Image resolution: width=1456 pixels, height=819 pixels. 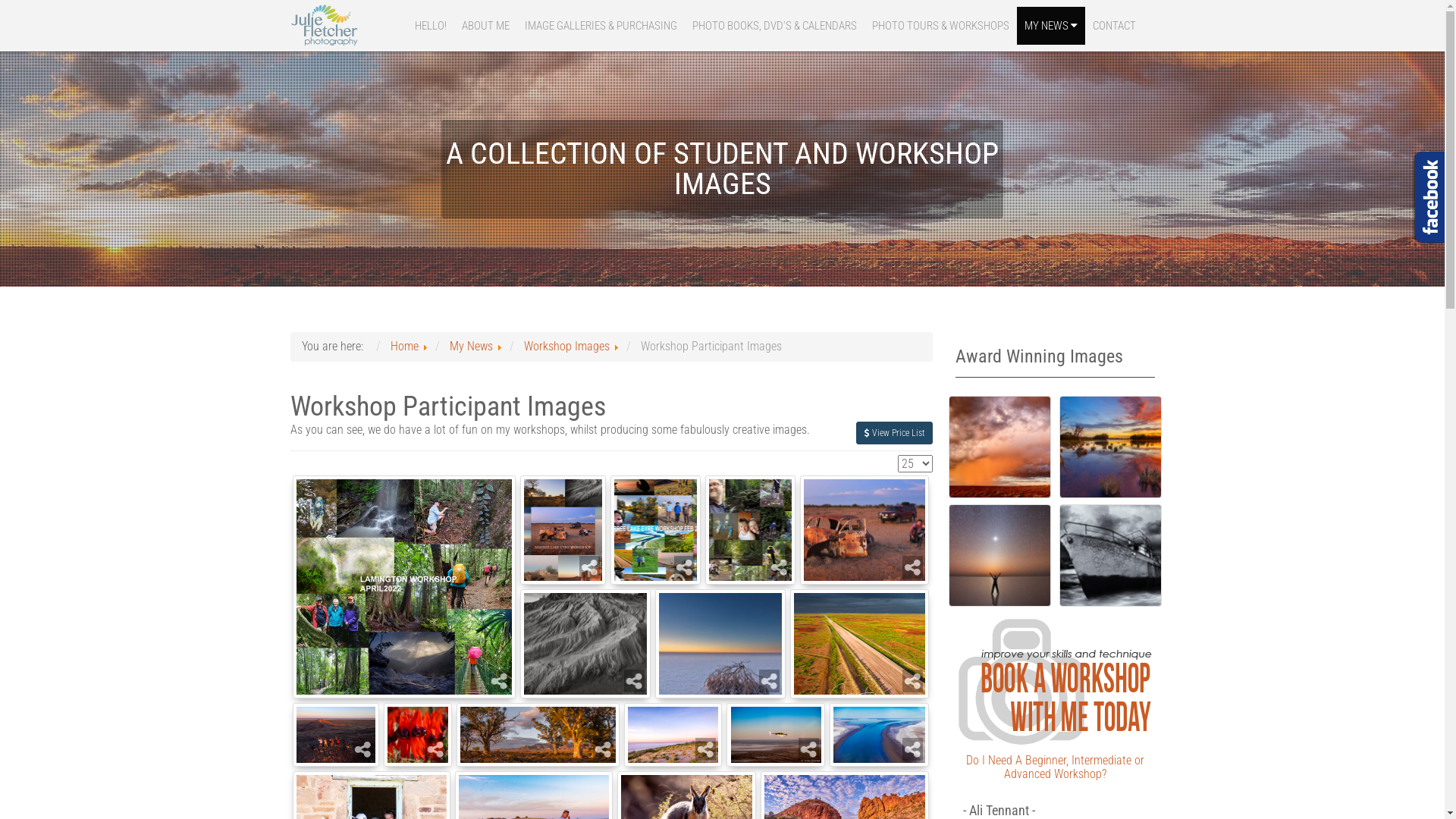 What do you see at coordinates (1113, 26) in the screenshot?
I see `'CONTACT'` at bounding box center [1113, 26].